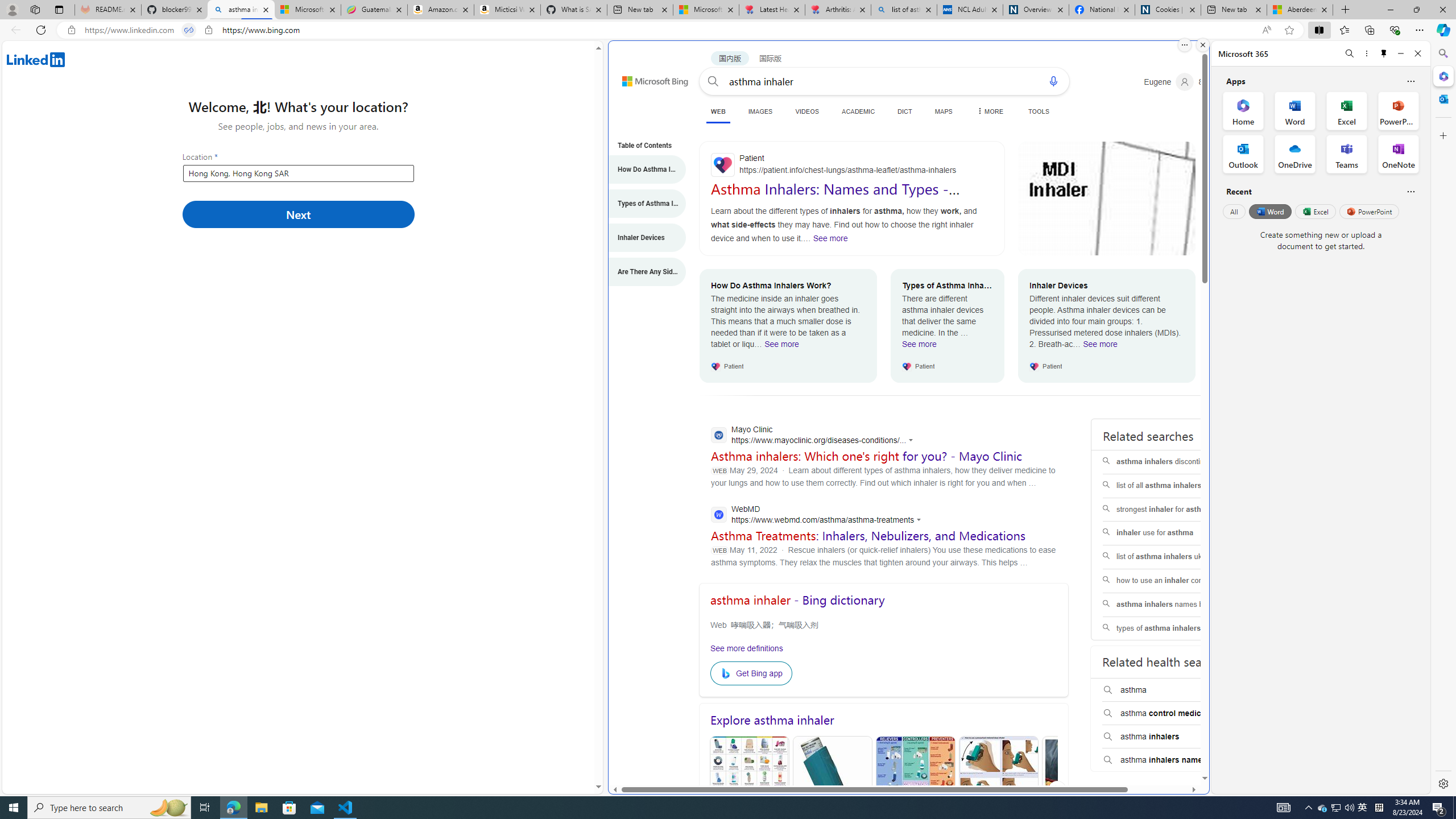 The width and height of the screenshot is (1456, 819). Describe the element at coordinates (988, 111) in the screenshot. I see `'MORE'` at that location.